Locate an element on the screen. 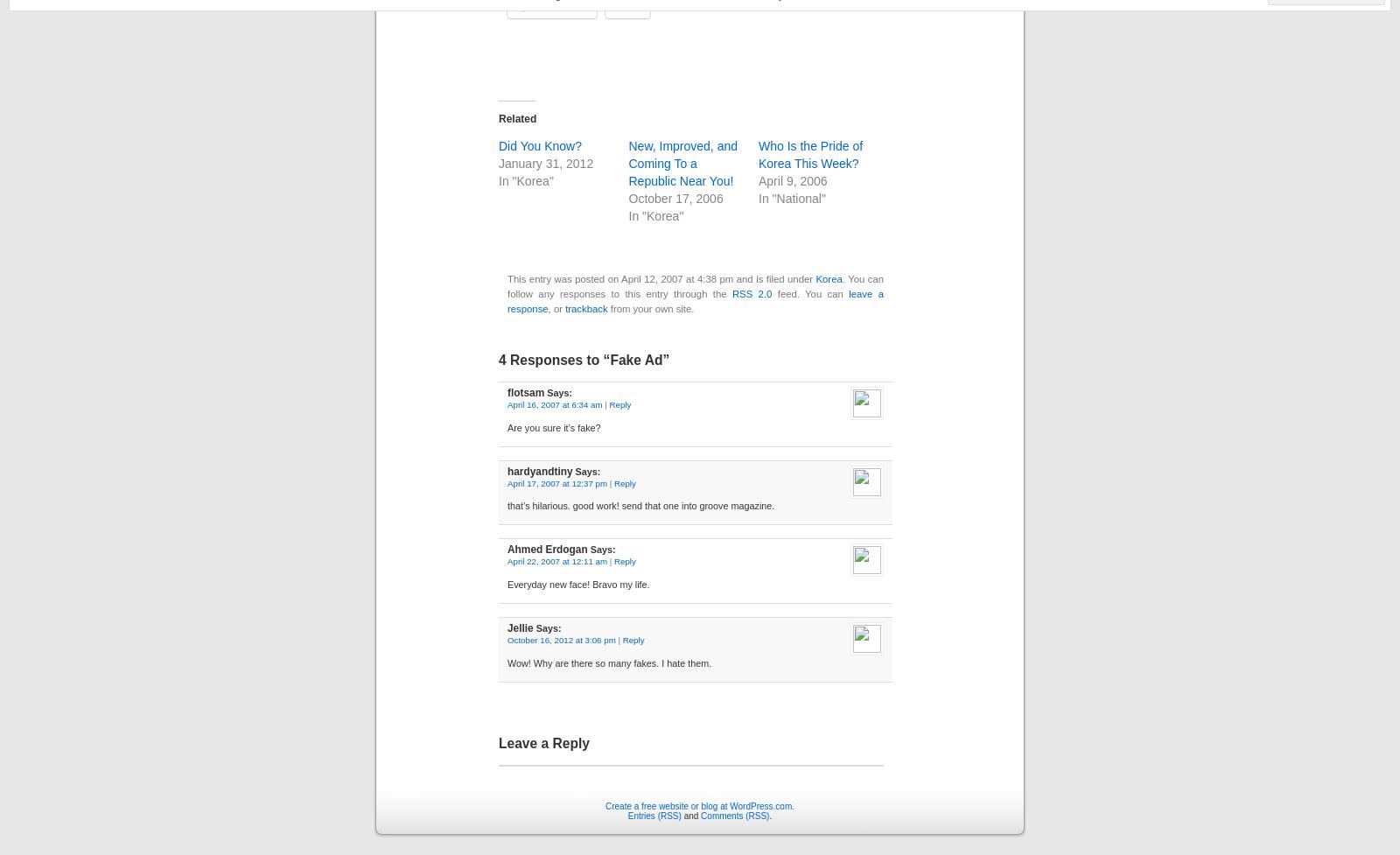 This screenshot has width=1400, height=855. 'Create a free website or blog at WordPress.com.' is located at coordinates (605, 805).